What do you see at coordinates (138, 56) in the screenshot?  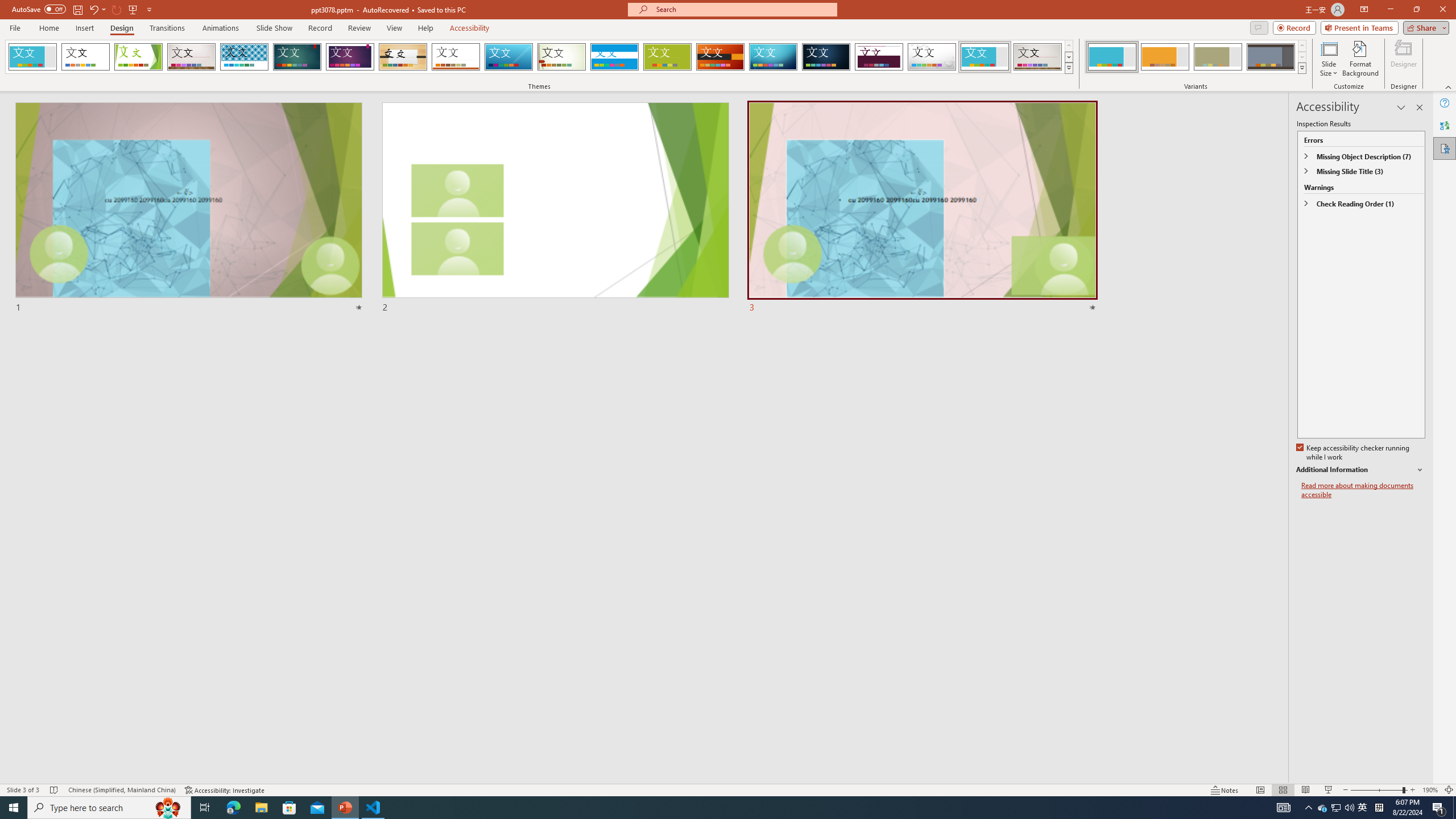 I see `'Facet'` at bounding box center [138, 56].